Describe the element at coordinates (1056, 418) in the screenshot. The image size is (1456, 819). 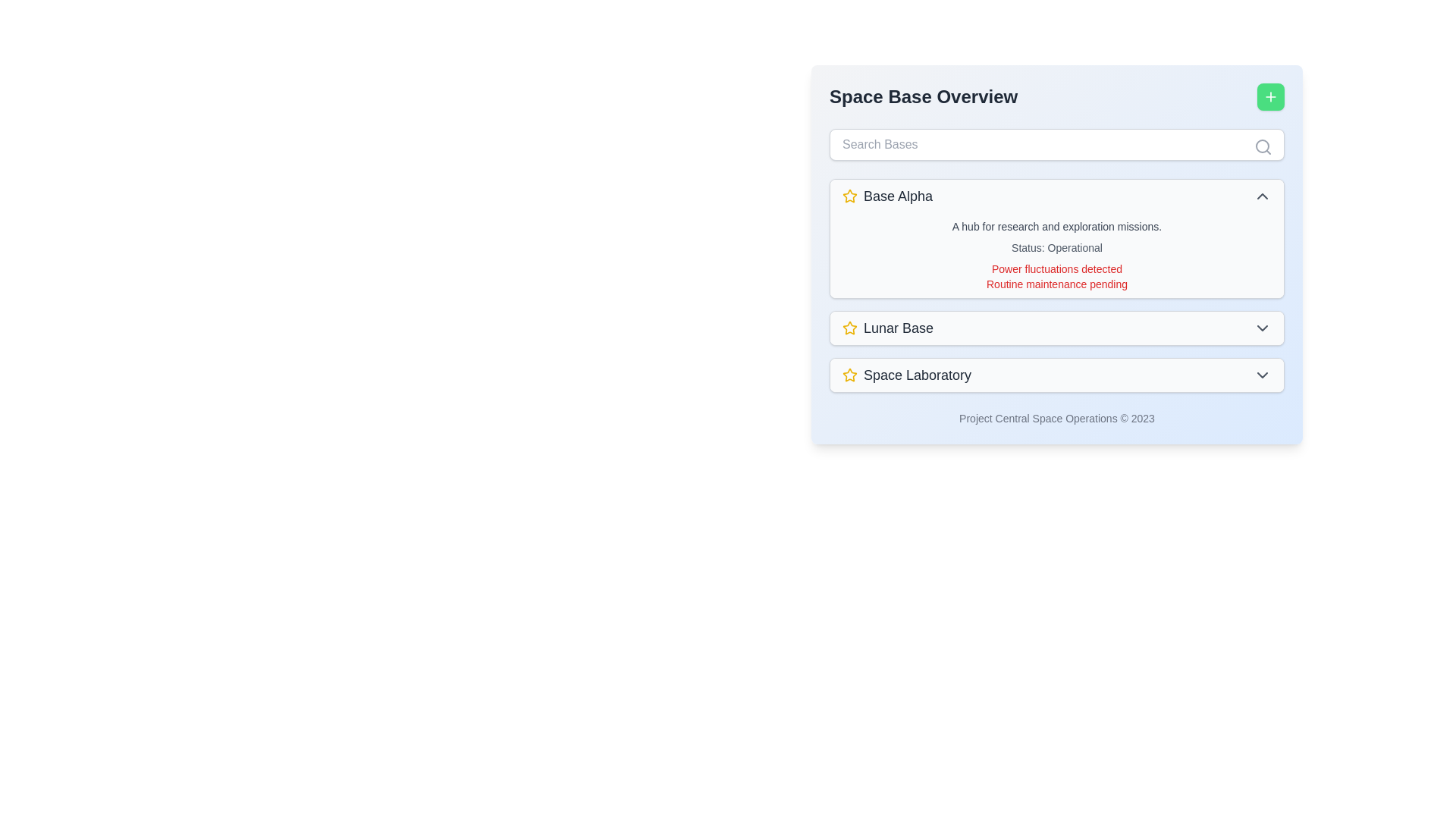
I see `the static text label displaying the copyright notice located at the bottom of the panel under the 'Space Laboratory' section` at that location.